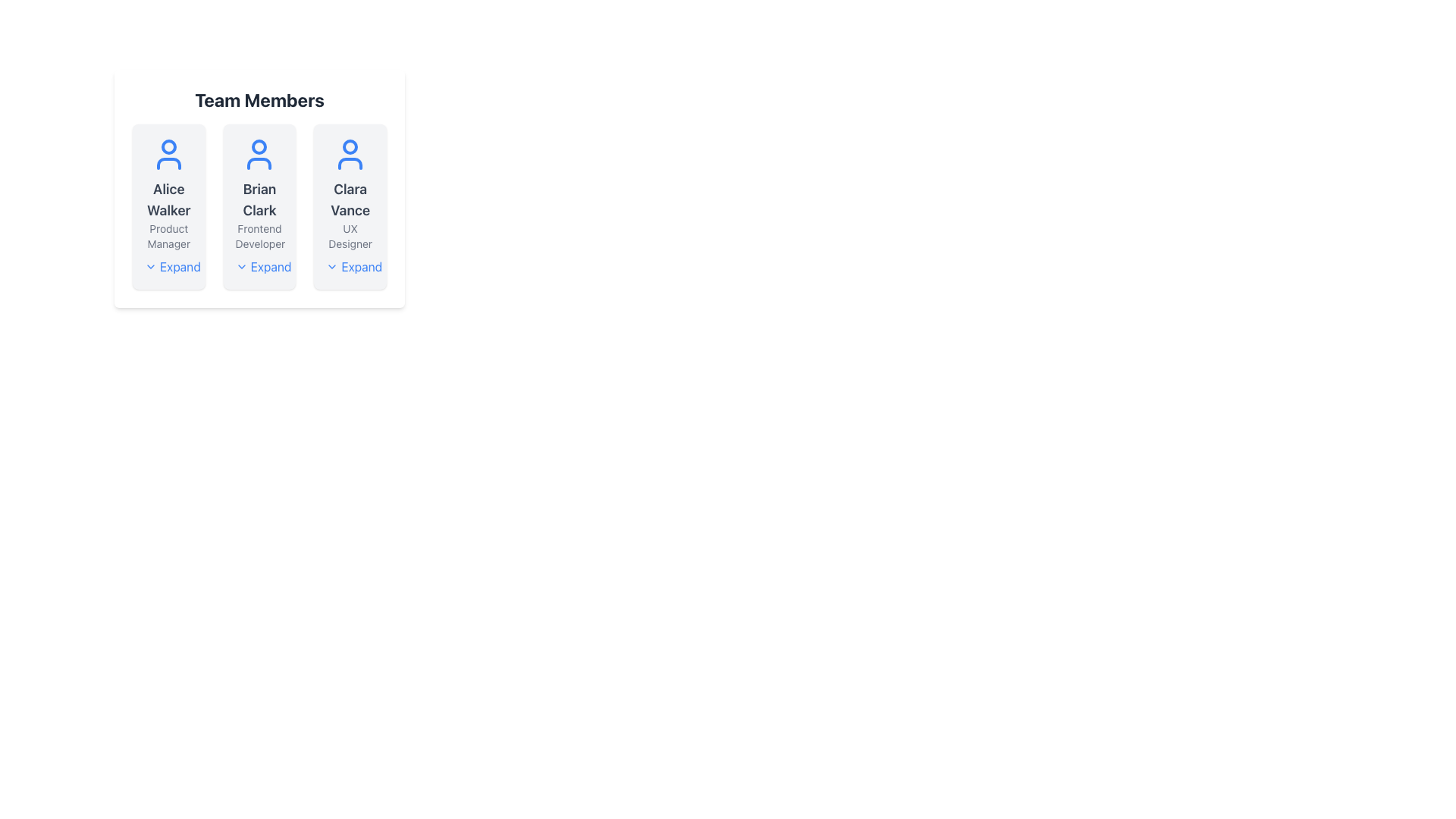  What do you see at coordinates (168, 199) in the screenshot?
I see `the text label displaying 'Alice Walker' in bold, located in the first profile card of the 'Team Members' section, below the user icon and above the 'Product Manager' title` at bounding box center [168, 199].